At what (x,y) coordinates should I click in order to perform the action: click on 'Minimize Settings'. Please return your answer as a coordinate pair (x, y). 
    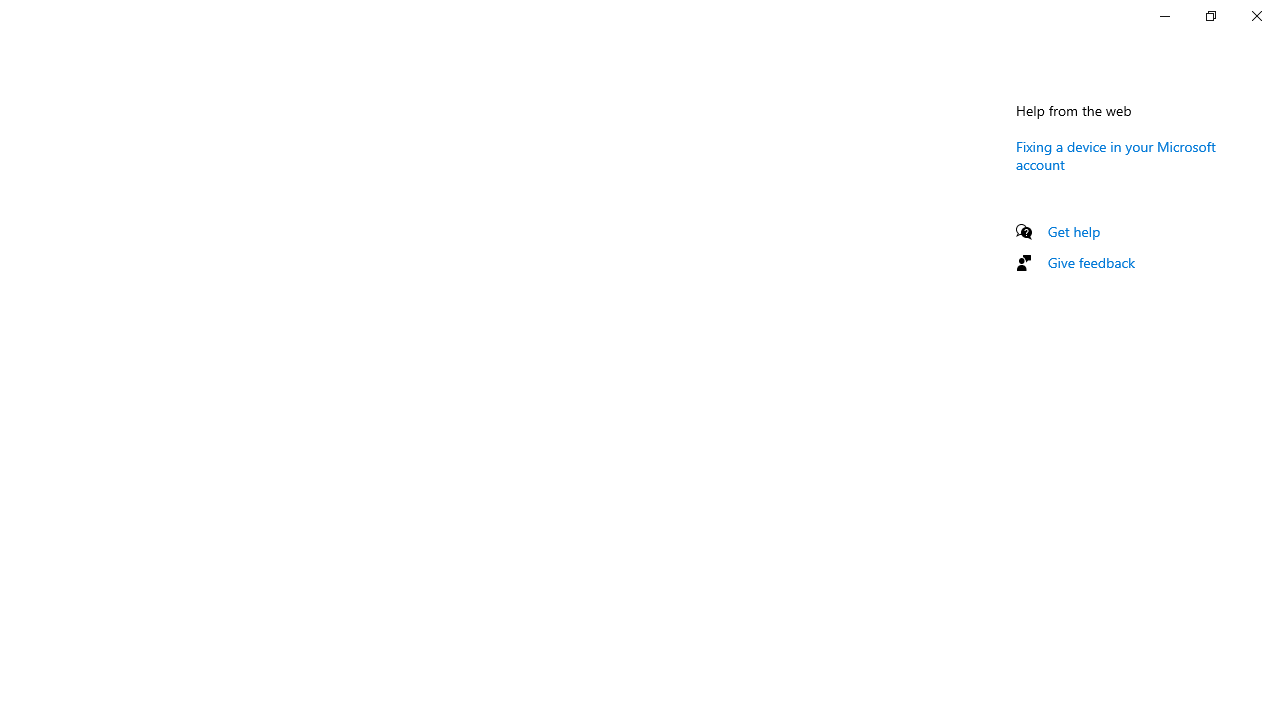
    Looking at the image, I should click on (1164, 15).